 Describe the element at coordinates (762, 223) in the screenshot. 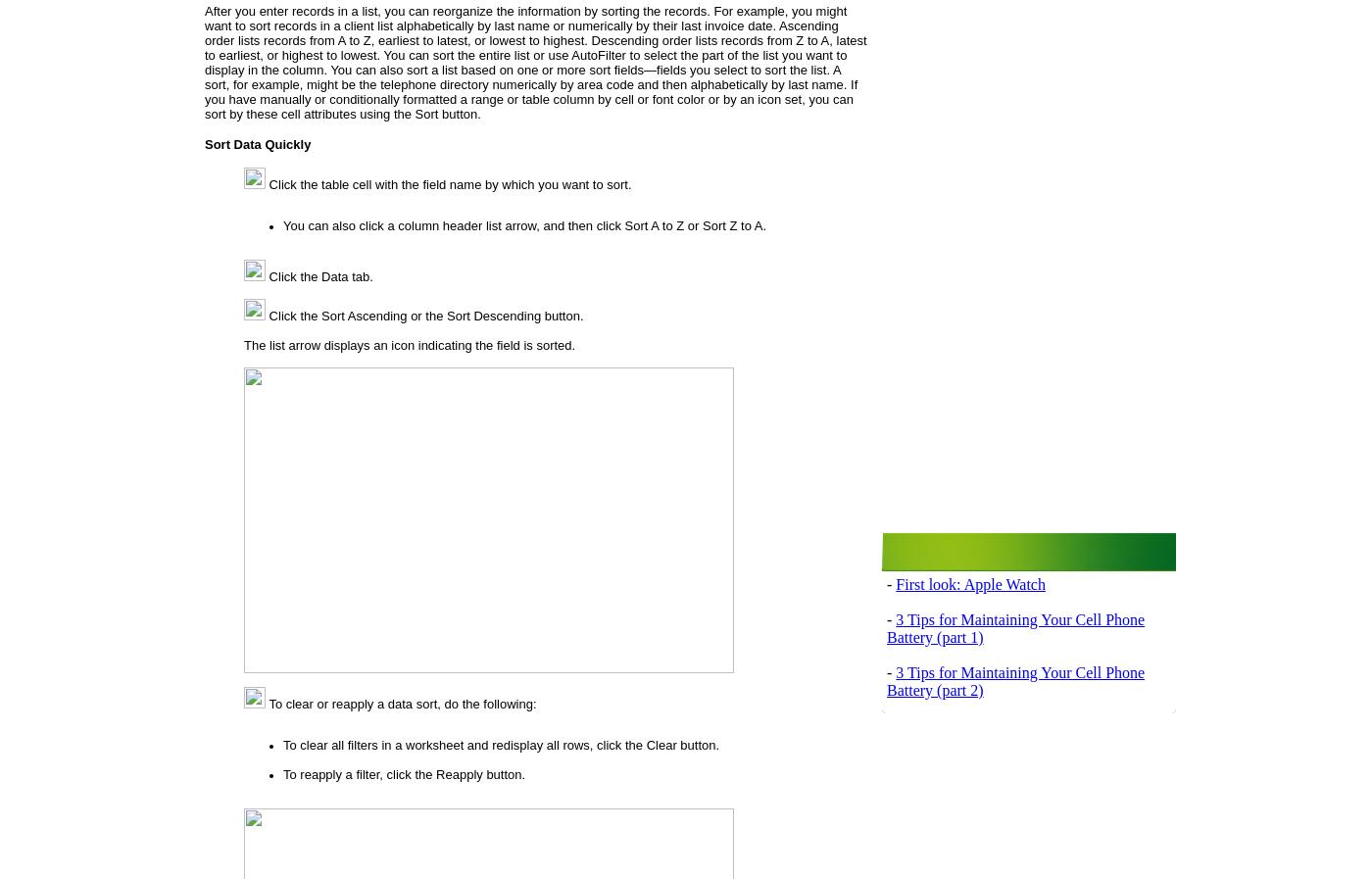

I see `'.'` at that location.